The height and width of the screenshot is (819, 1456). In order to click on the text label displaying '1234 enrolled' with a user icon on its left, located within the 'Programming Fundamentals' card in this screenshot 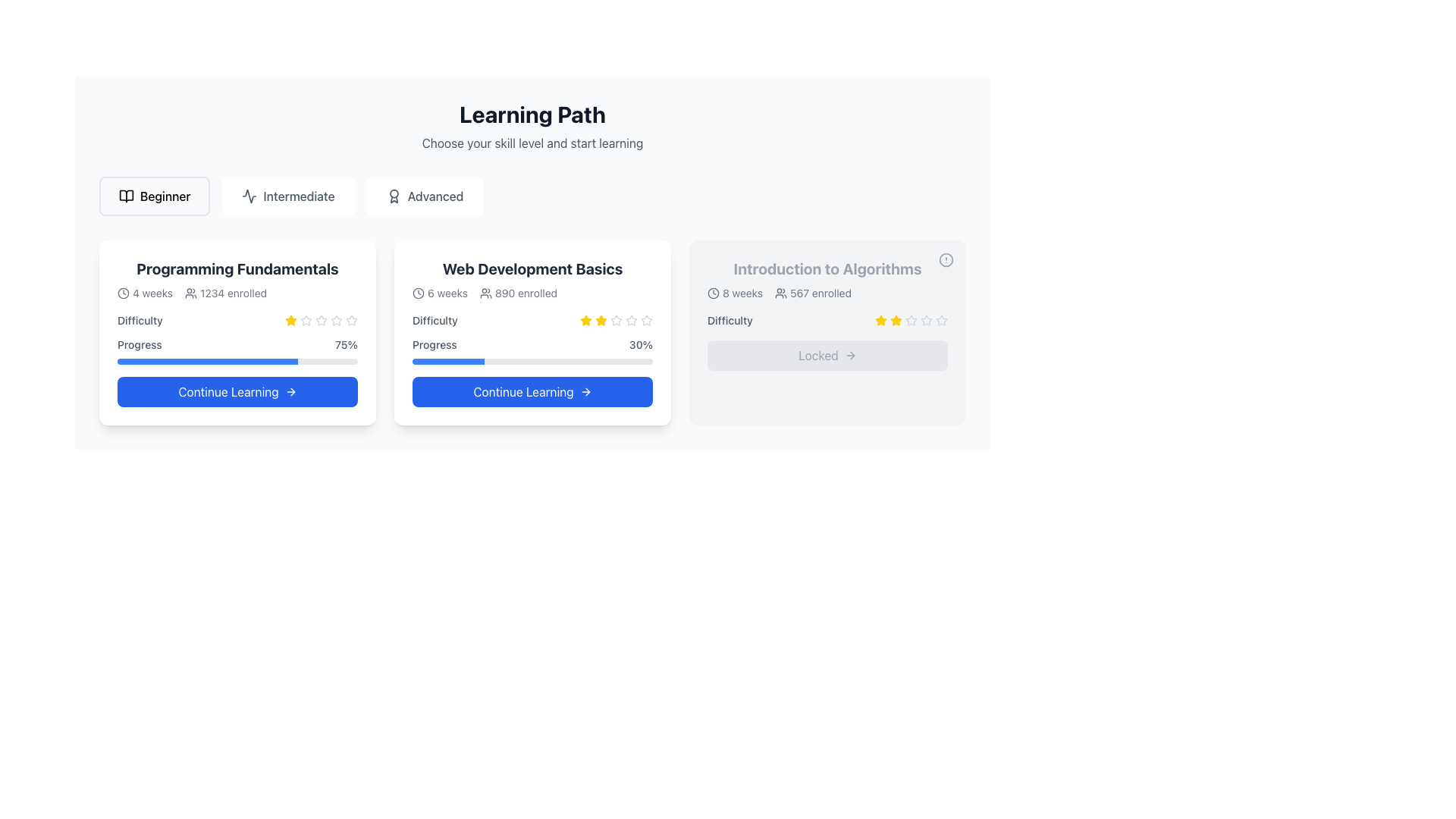, I will do `click(225, 293)`.